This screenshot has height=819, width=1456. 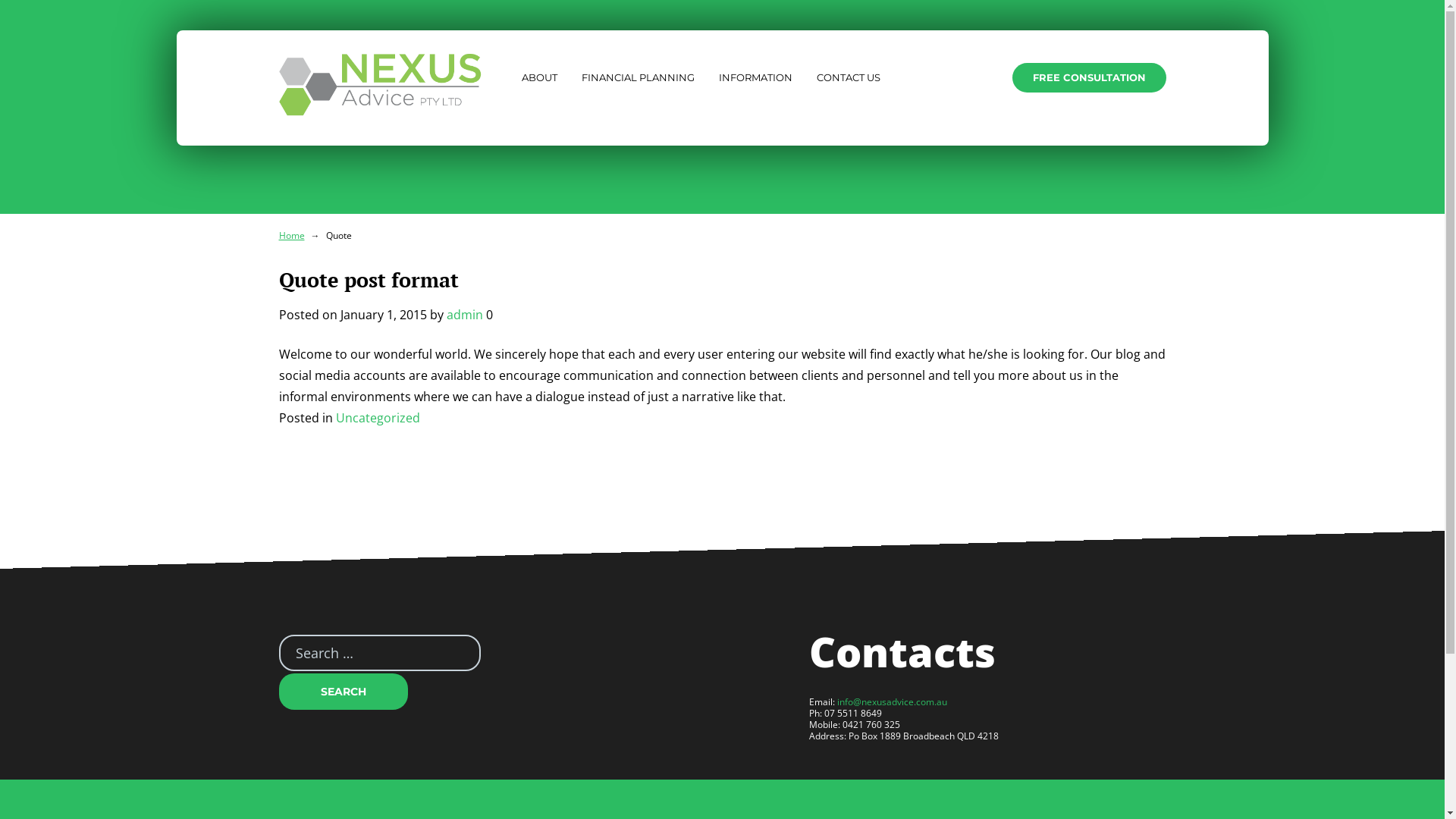 I want to click on 'Home', so click(x=291, y=235).